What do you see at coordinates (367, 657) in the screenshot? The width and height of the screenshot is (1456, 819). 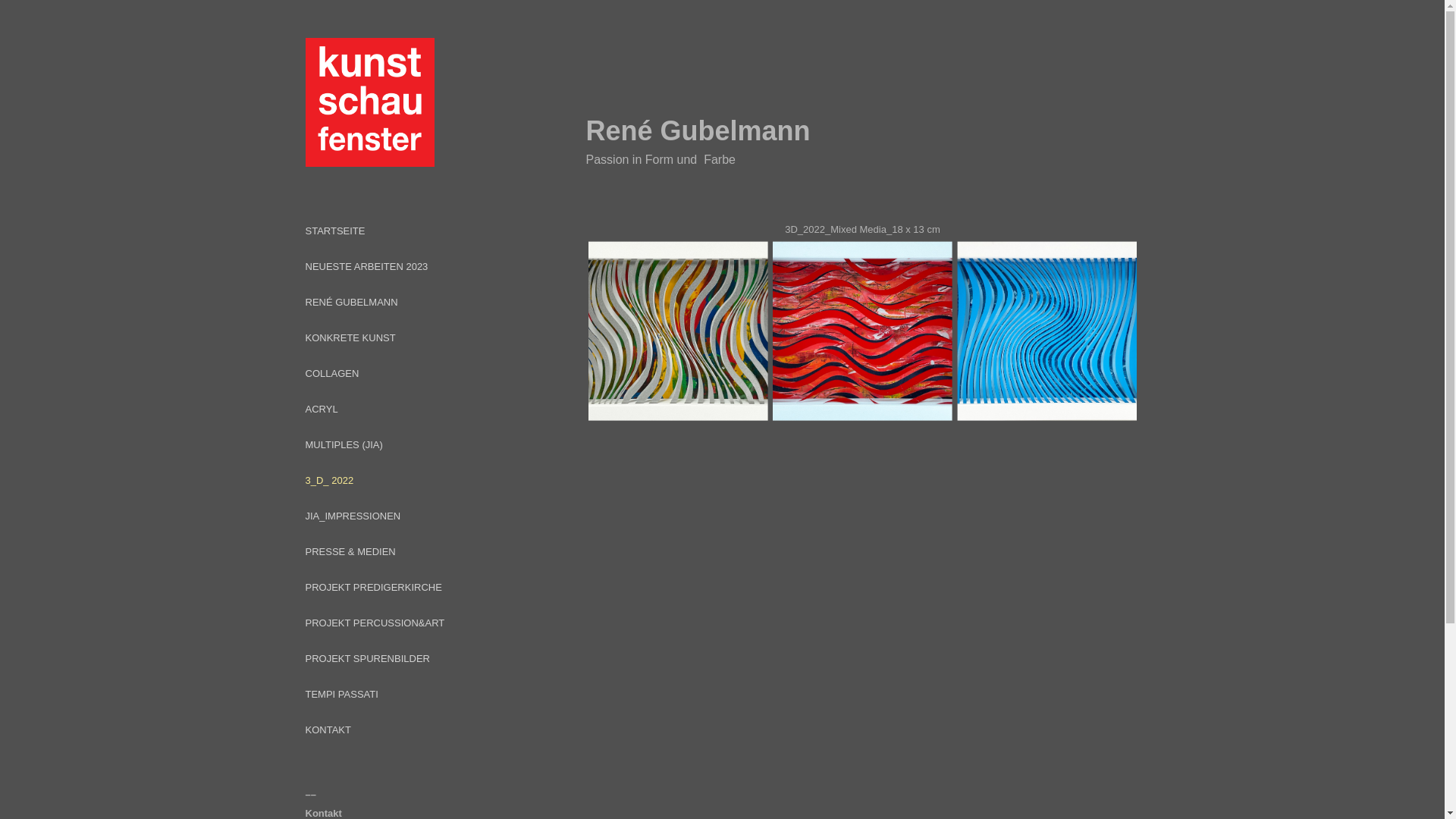 I see `'PROJEKT SPURENBILDER'` at bounding box center [367, 657].